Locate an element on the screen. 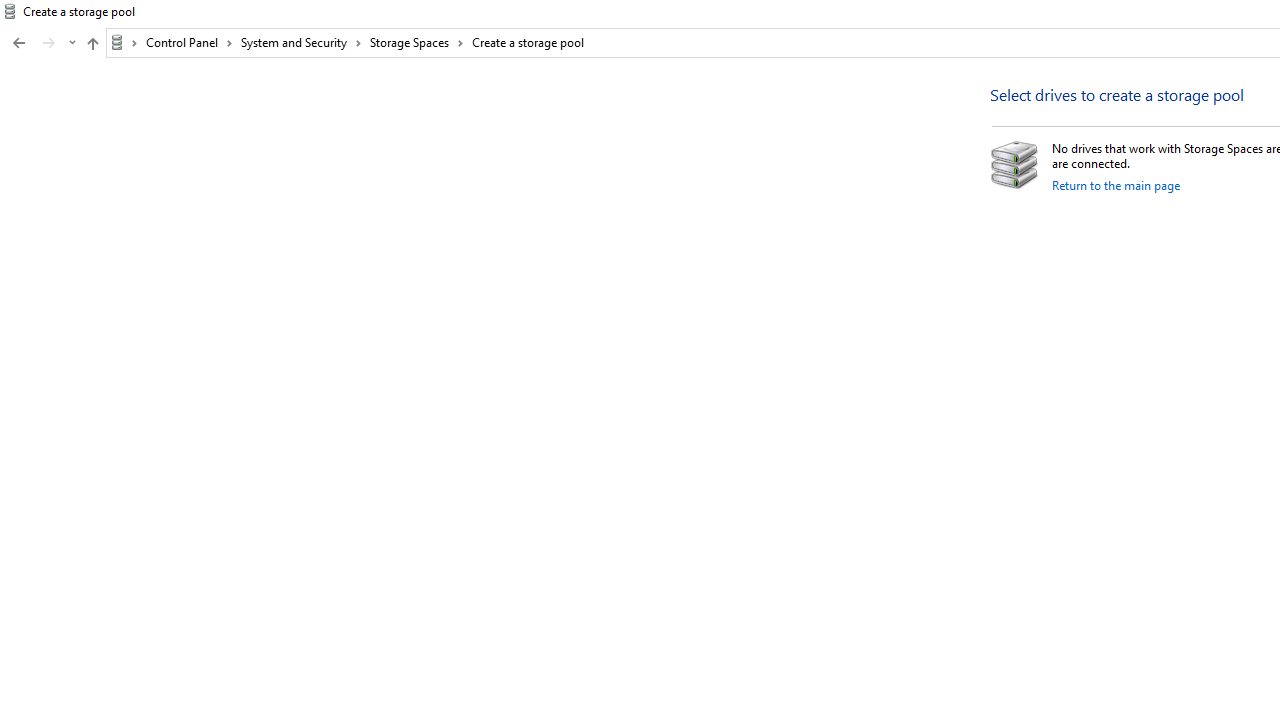  'Storage Spaces' is located at coordinates (416, 42).